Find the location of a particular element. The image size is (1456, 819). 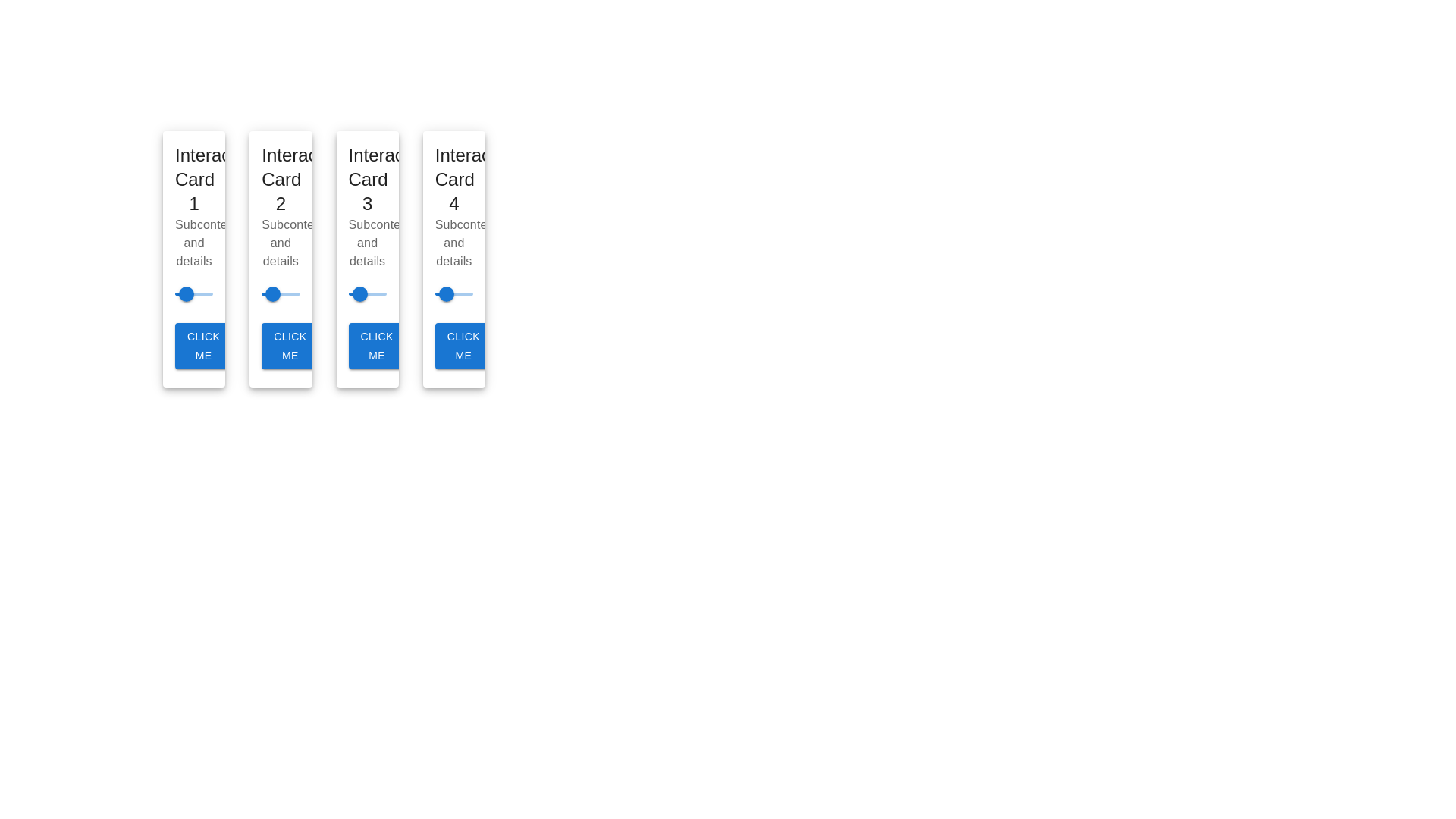

the slider is located at coordinates (264, 294).